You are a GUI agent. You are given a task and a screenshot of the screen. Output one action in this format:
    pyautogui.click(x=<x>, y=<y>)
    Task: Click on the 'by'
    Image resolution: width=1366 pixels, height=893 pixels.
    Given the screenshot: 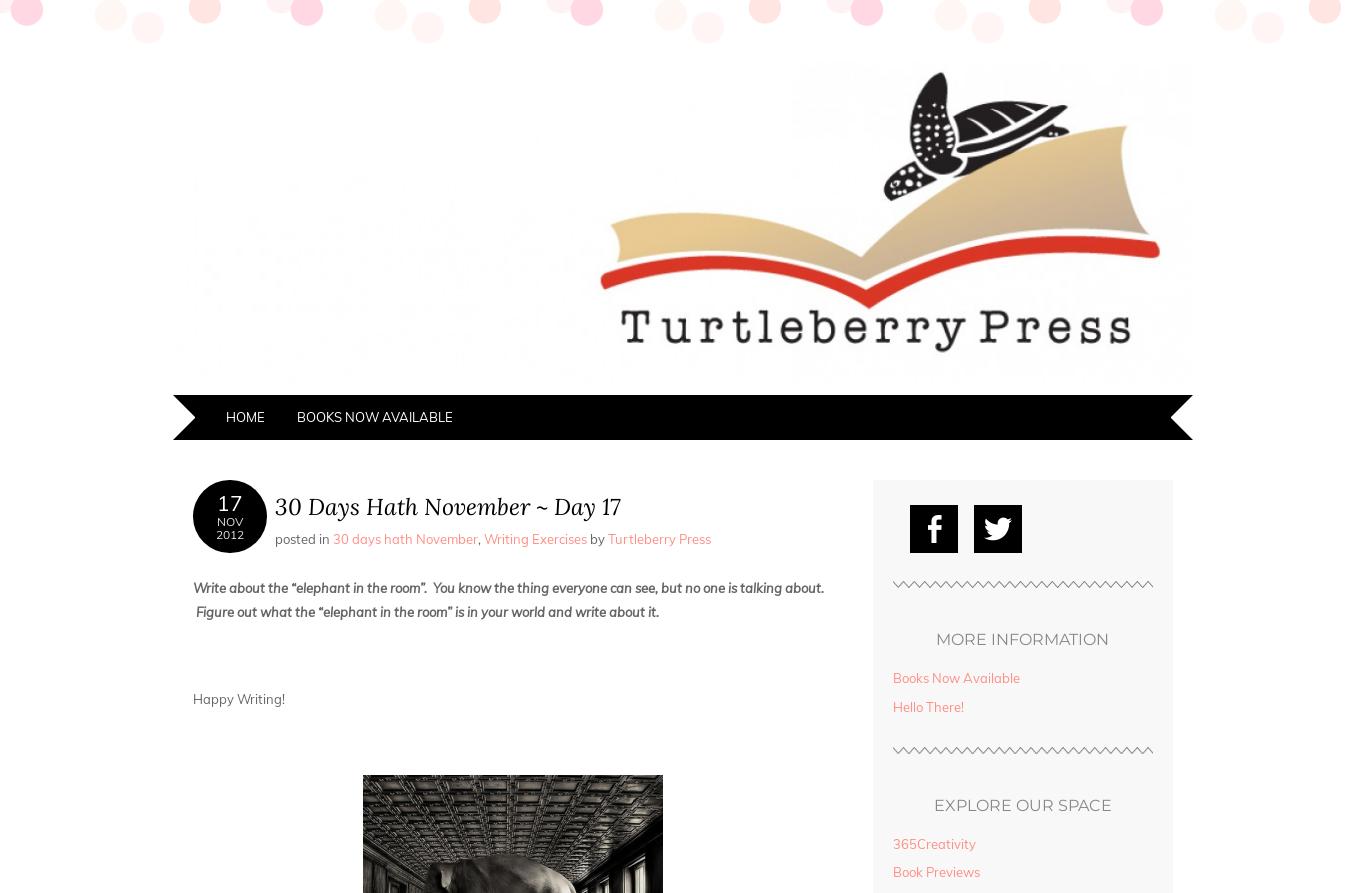 What is the action you would take?
    pyautogui.click(x=588, y=537)
    